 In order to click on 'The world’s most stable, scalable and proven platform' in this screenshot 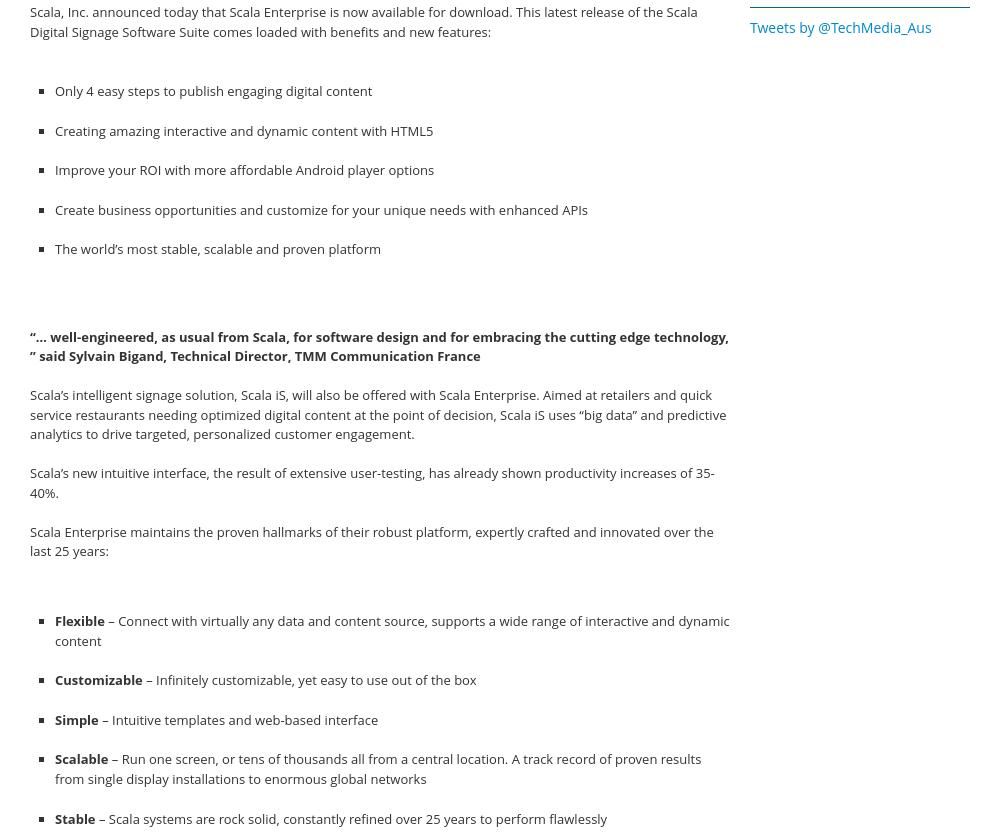, I will do `click(217, 248)`.